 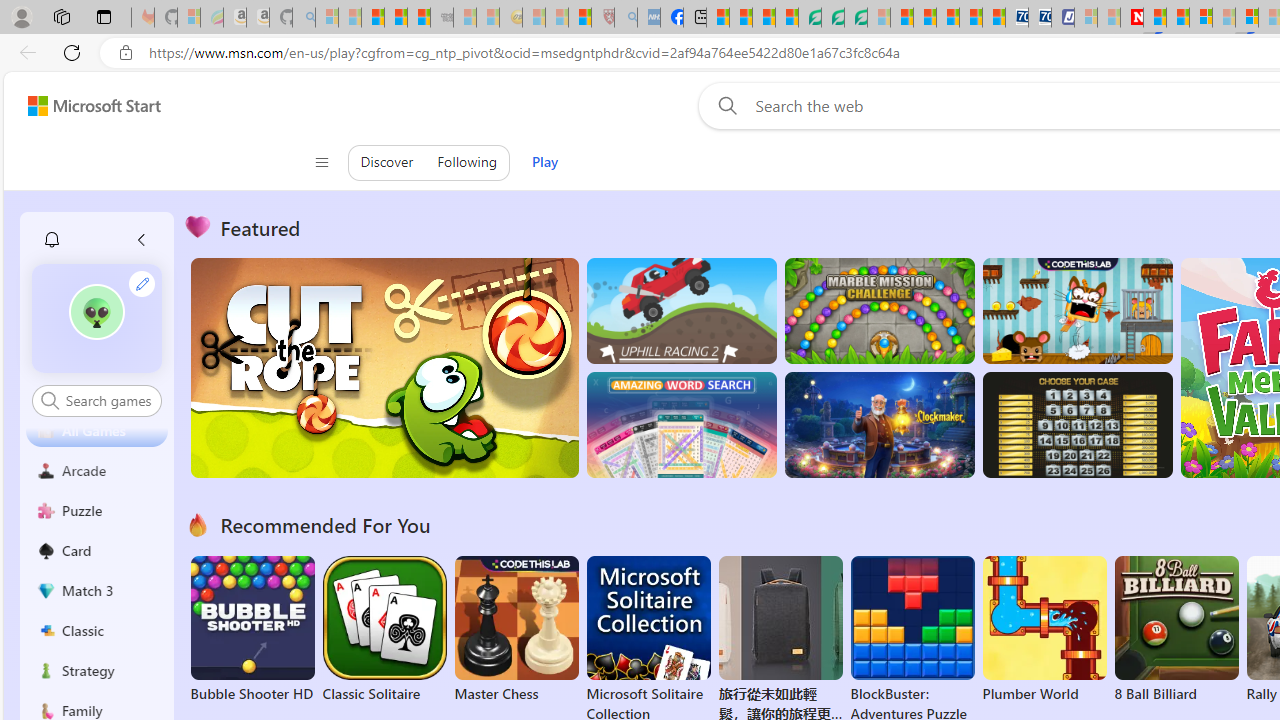 What do you see at coordinates (1176, 630) in the screenshot?
I see `'8 Ball Billiard'` at bounding box center [1176, 630].